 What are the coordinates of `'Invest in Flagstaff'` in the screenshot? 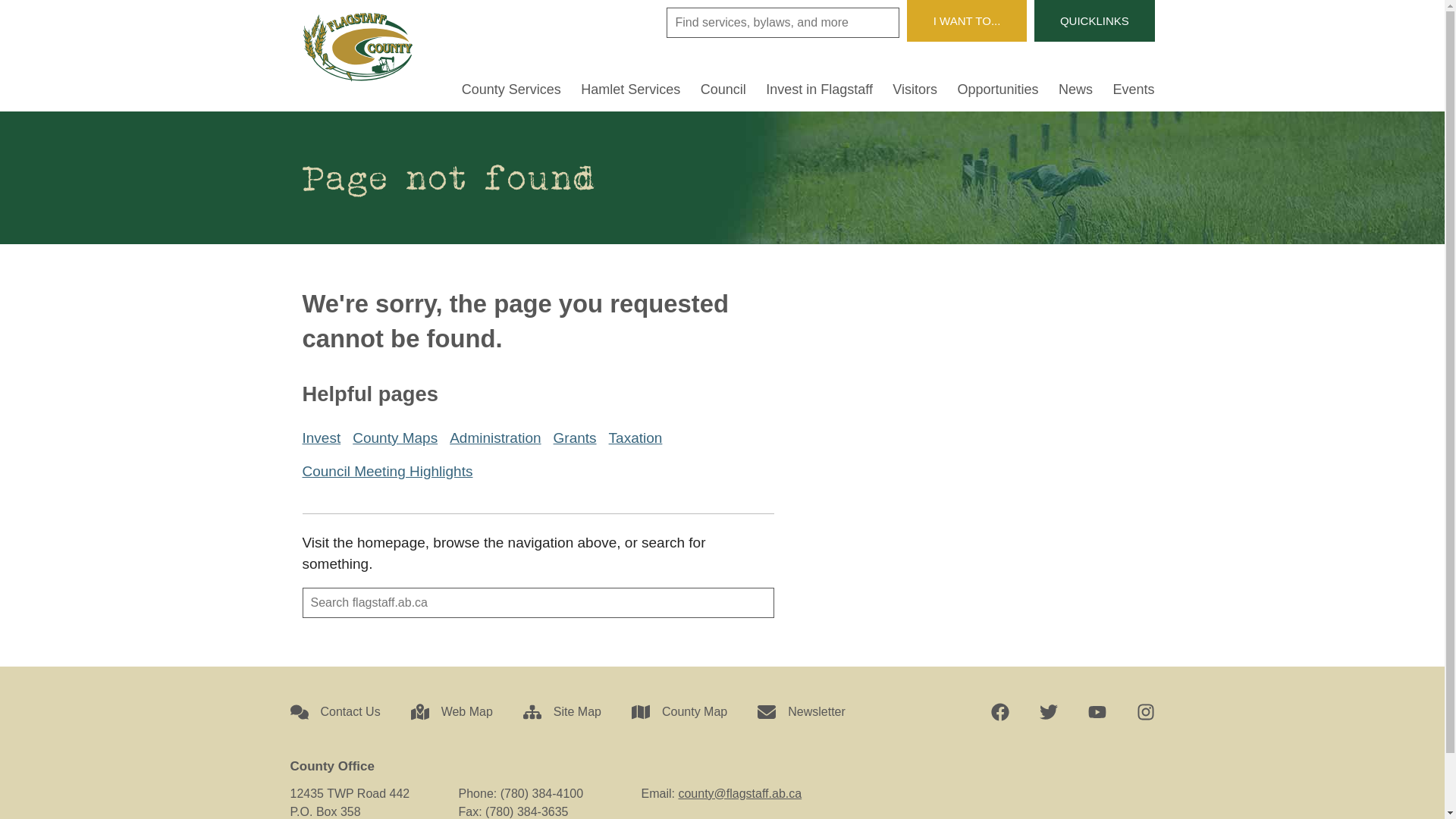 It's located at (818, 93).